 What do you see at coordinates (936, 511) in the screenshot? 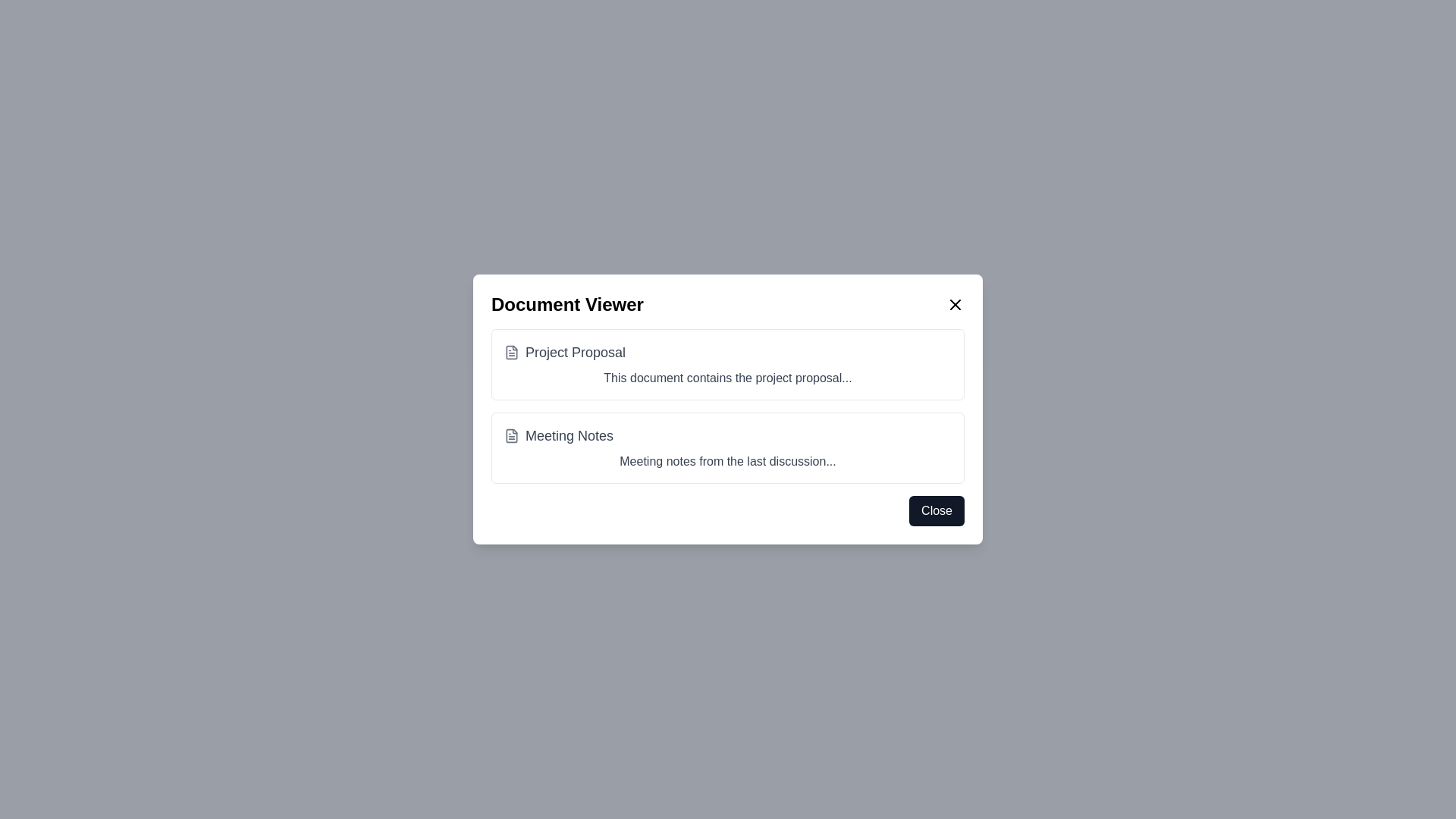
I see `the close button located at the lower-right corner of the modal dialog box to observe the color change` at bounding box center [936, 511].